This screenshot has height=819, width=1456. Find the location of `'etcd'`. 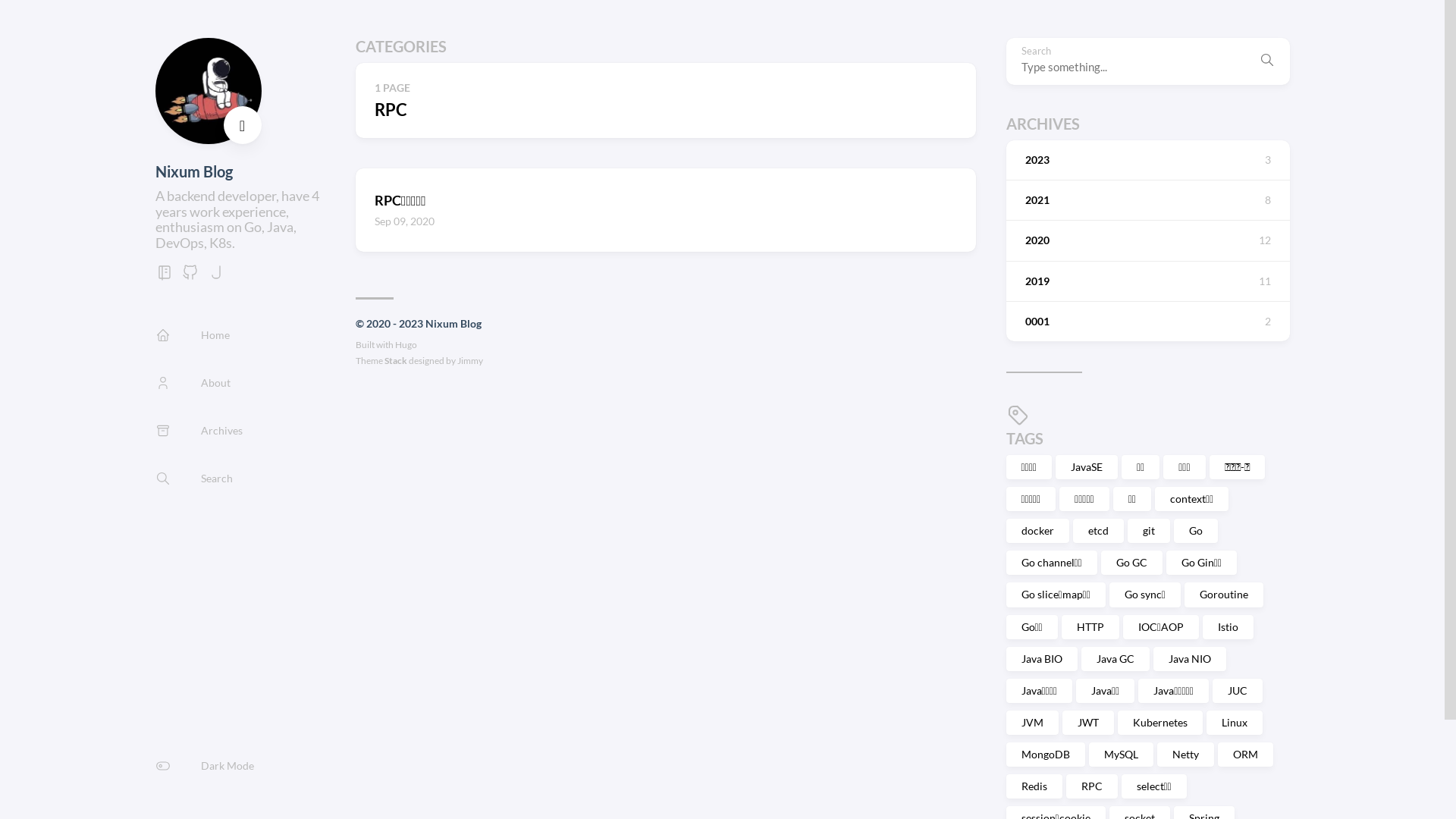

'etcd' is located at coordinates (1097, 529).